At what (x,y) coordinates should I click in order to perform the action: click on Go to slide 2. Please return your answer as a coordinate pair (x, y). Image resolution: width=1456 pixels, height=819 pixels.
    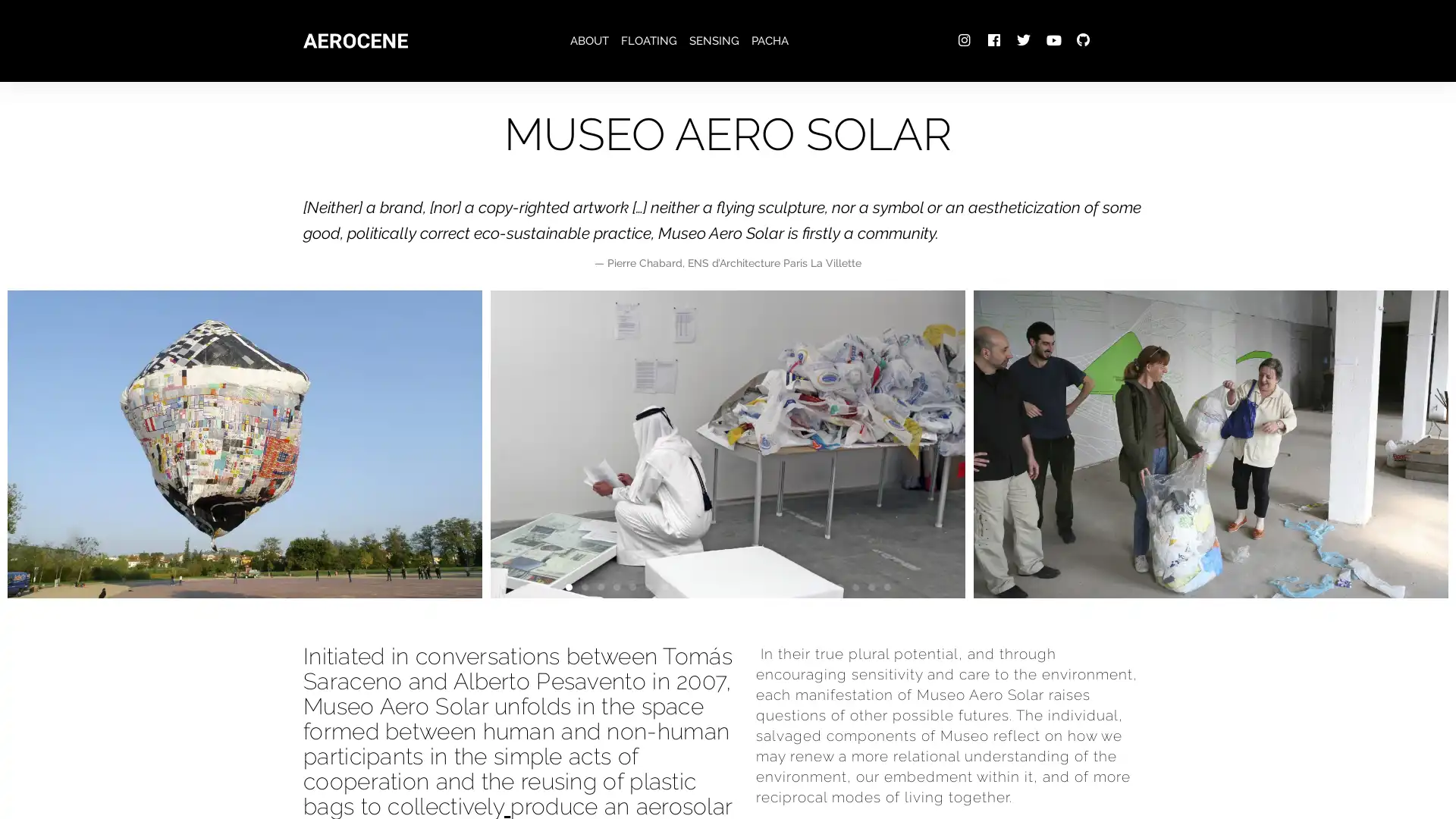
    Looking at the image, I should click on (583, 586).